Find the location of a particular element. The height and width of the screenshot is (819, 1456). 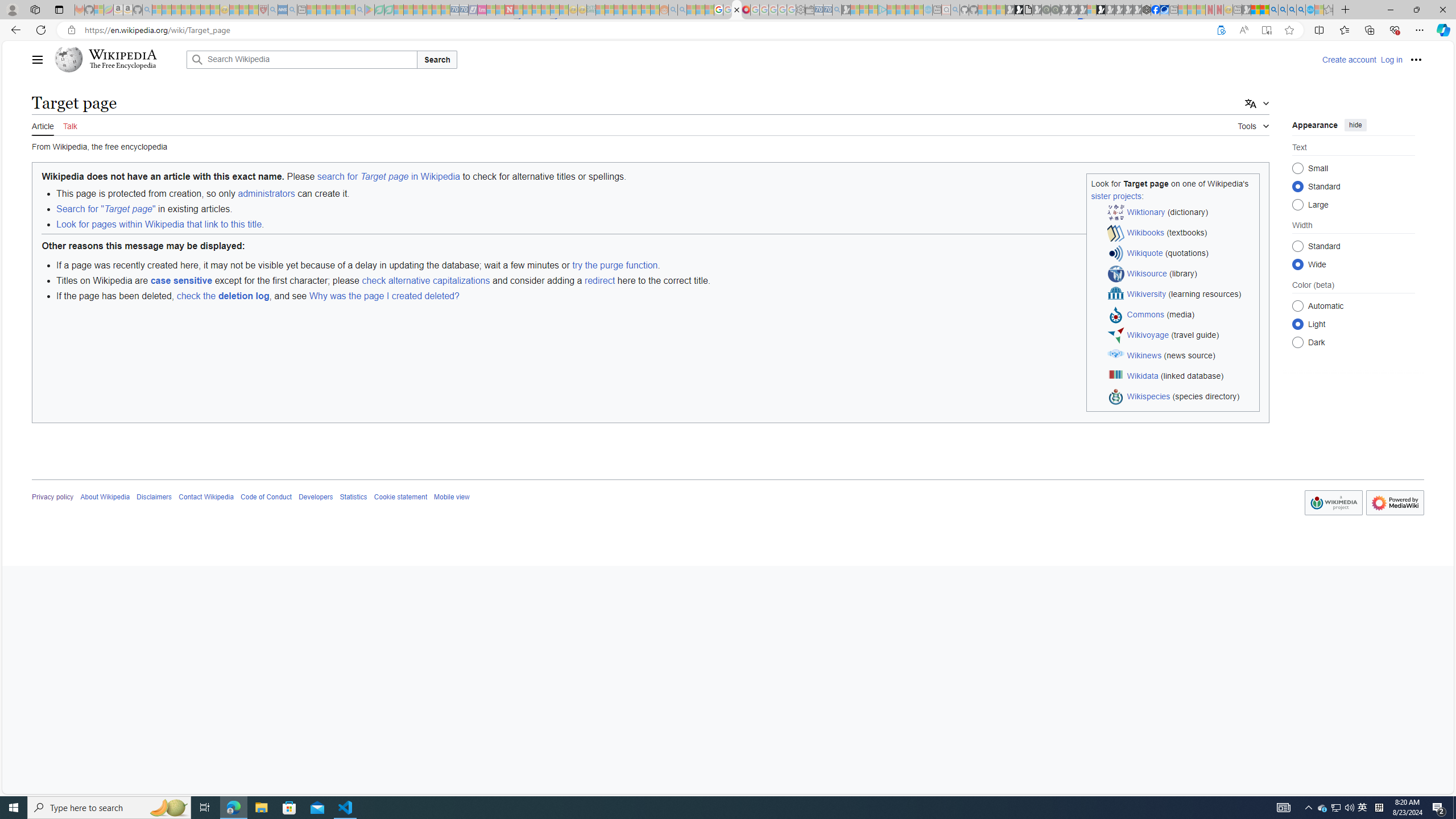

'Personal tools' is located at coordinates (1415, 59).